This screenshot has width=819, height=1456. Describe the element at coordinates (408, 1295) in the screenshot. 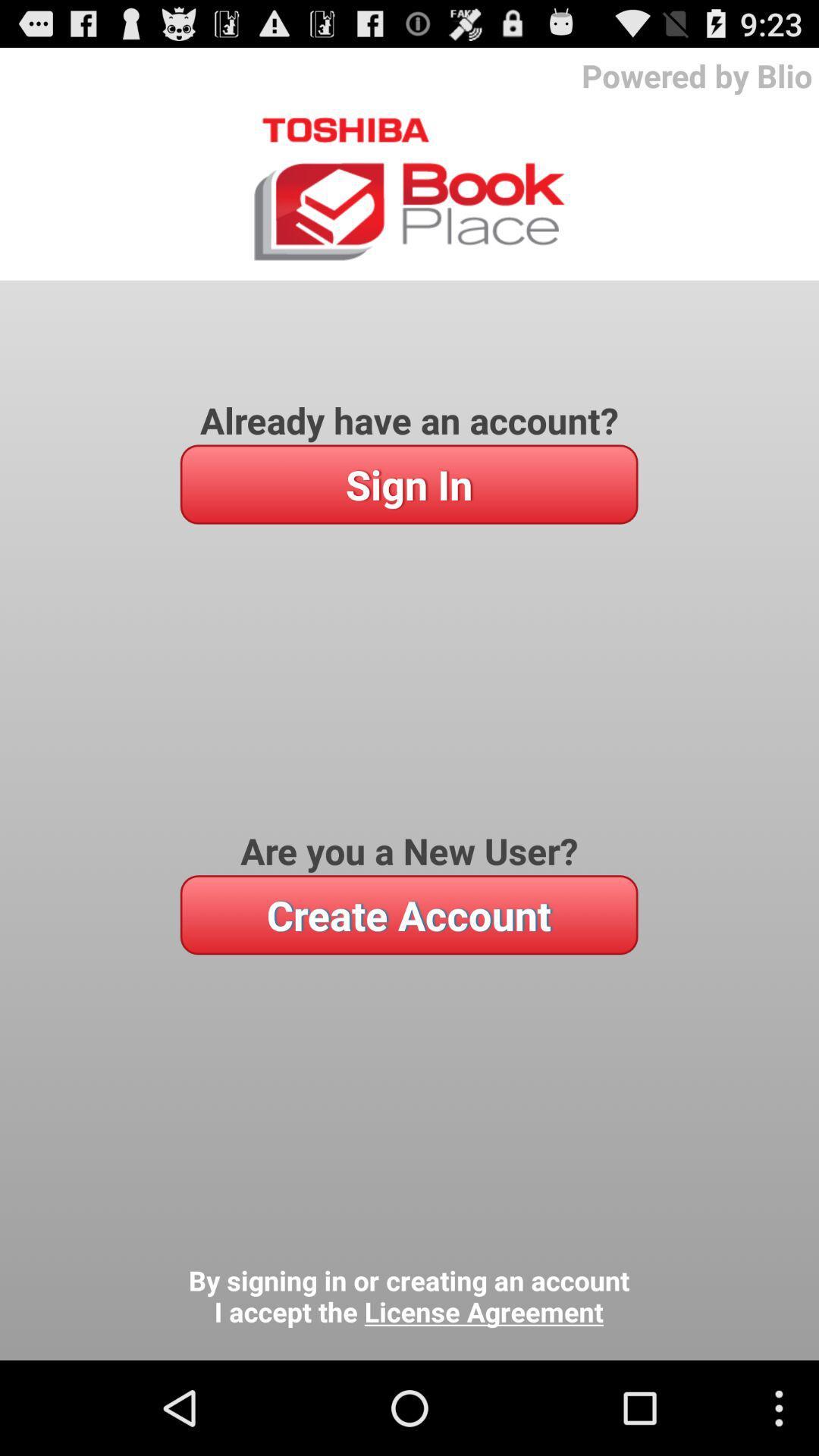

I see `the icon below the create account icon` at that location.